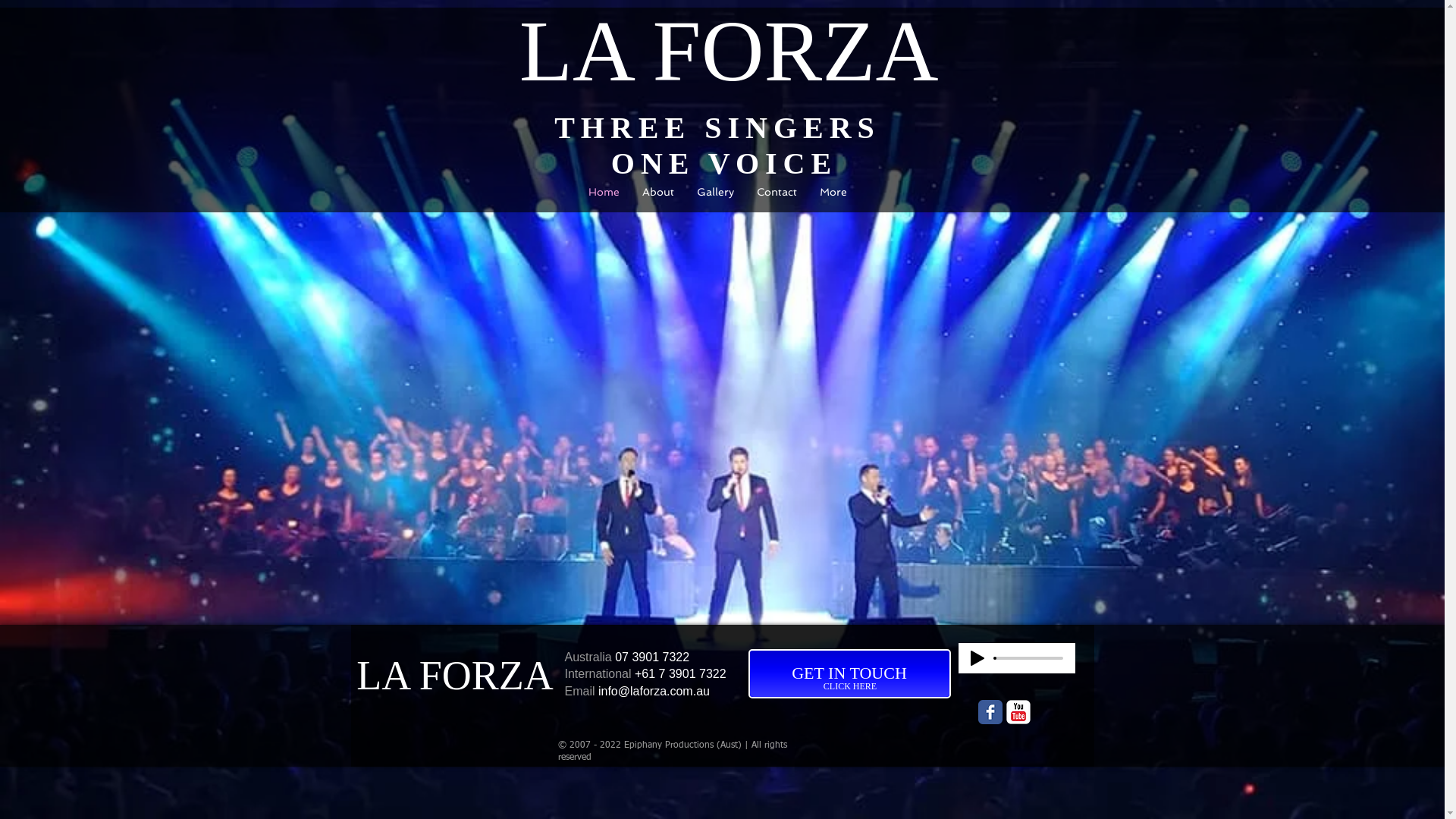  I want to click on 'Contact', so click(745, 195).